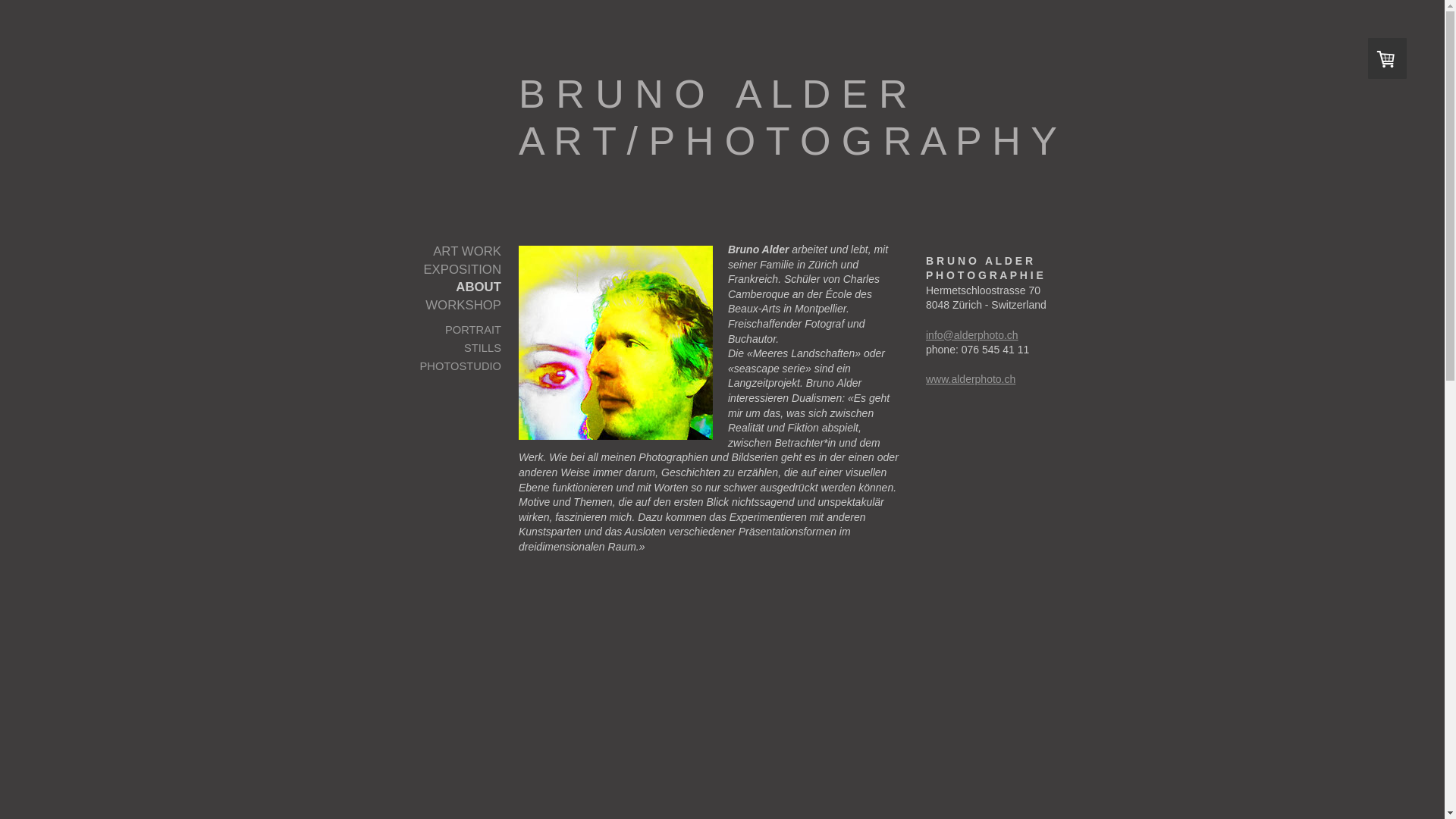 The height and width of the screenshot is (819, 1456). What do you see at coordinates (971, 378) in the screenshot?
I see `'www.alderphoto.ch'` at bounding box center [971, 378].